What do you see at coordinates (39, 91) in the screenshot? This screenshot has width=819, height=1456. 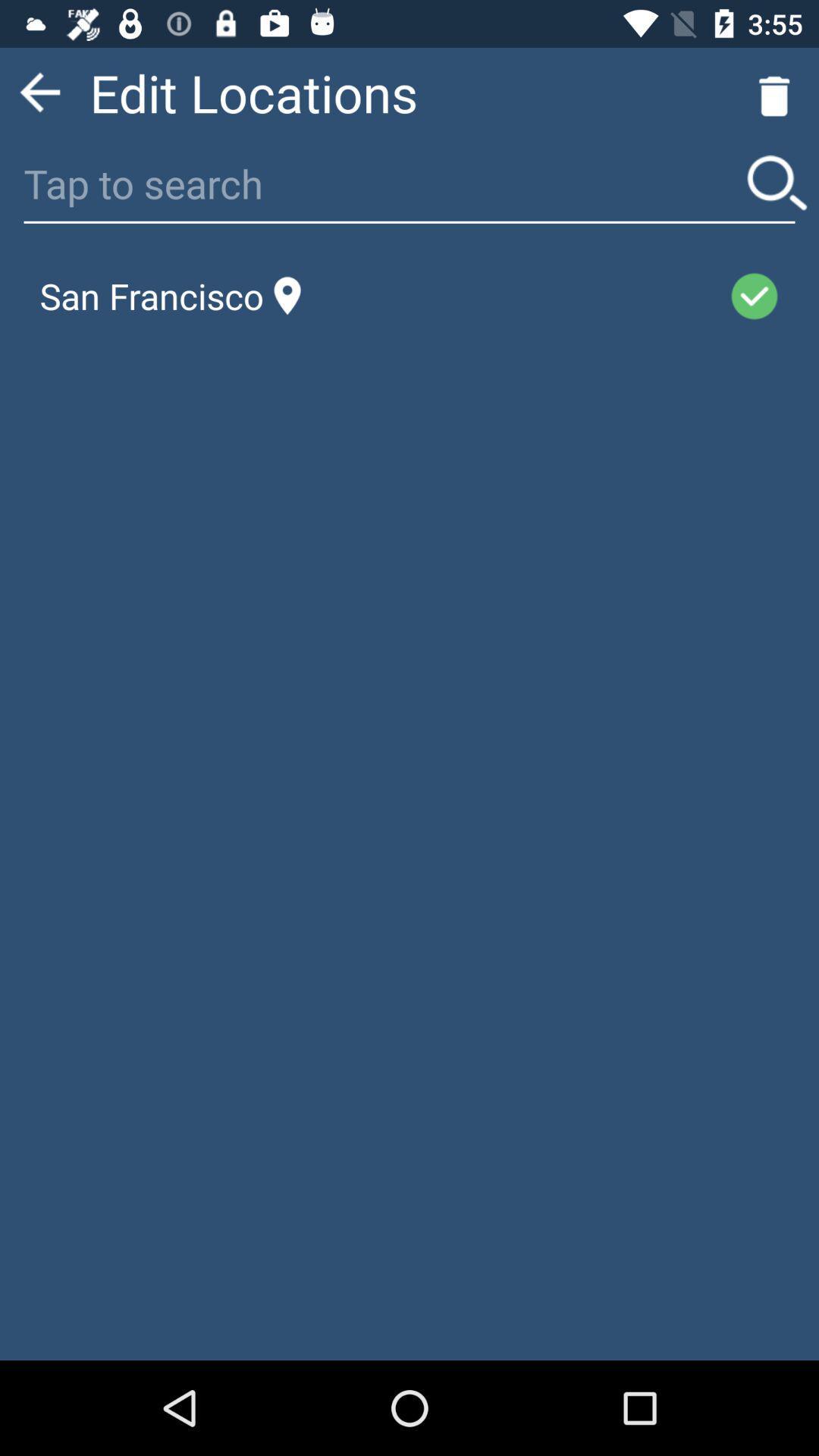 I see `the arrow_backward icon` at bounding box center [39, 91].